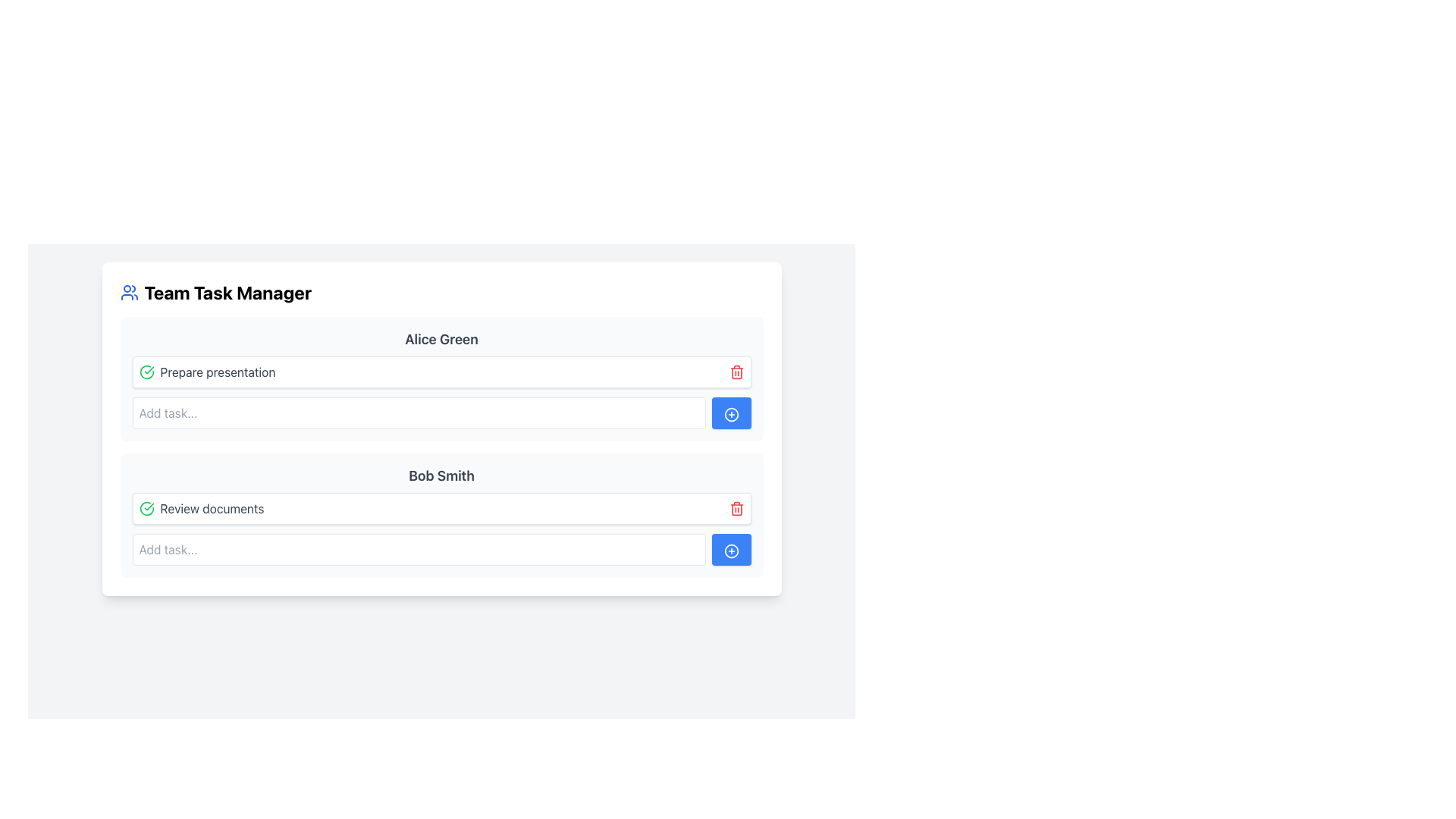 The image size is (1456, 819). I want to click on the Circular Button located in the bottom-right corner of the 'Add task...' input field within the 'Bob Smith' section, so click(731, 551).